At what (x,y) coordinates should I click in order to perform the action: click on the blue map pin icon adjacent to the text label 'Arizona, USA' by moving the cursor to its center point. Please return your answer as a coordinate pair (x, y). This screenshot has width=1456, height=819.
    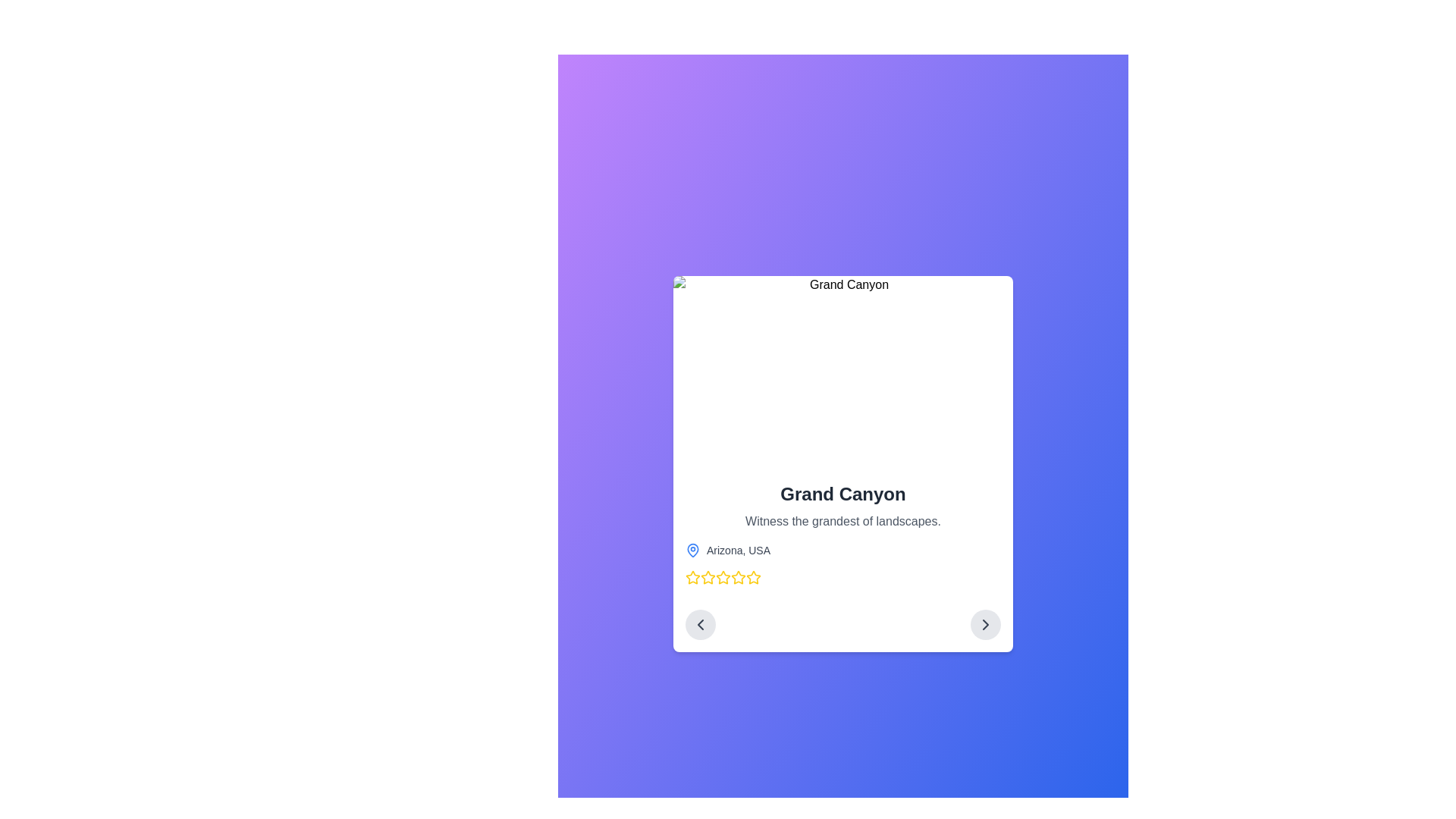
    Looking at the image, I should click on (692, 550).